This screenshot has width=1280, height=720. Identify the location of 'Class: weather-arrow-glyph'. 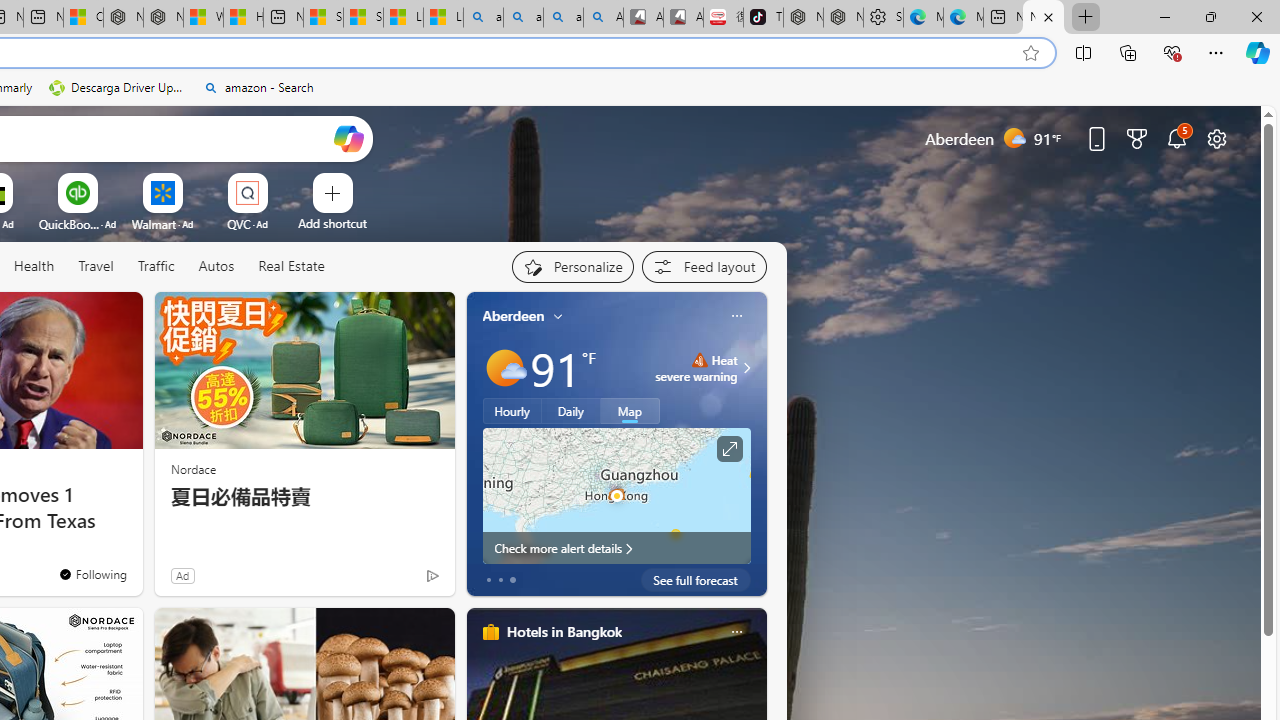
(745, 367).